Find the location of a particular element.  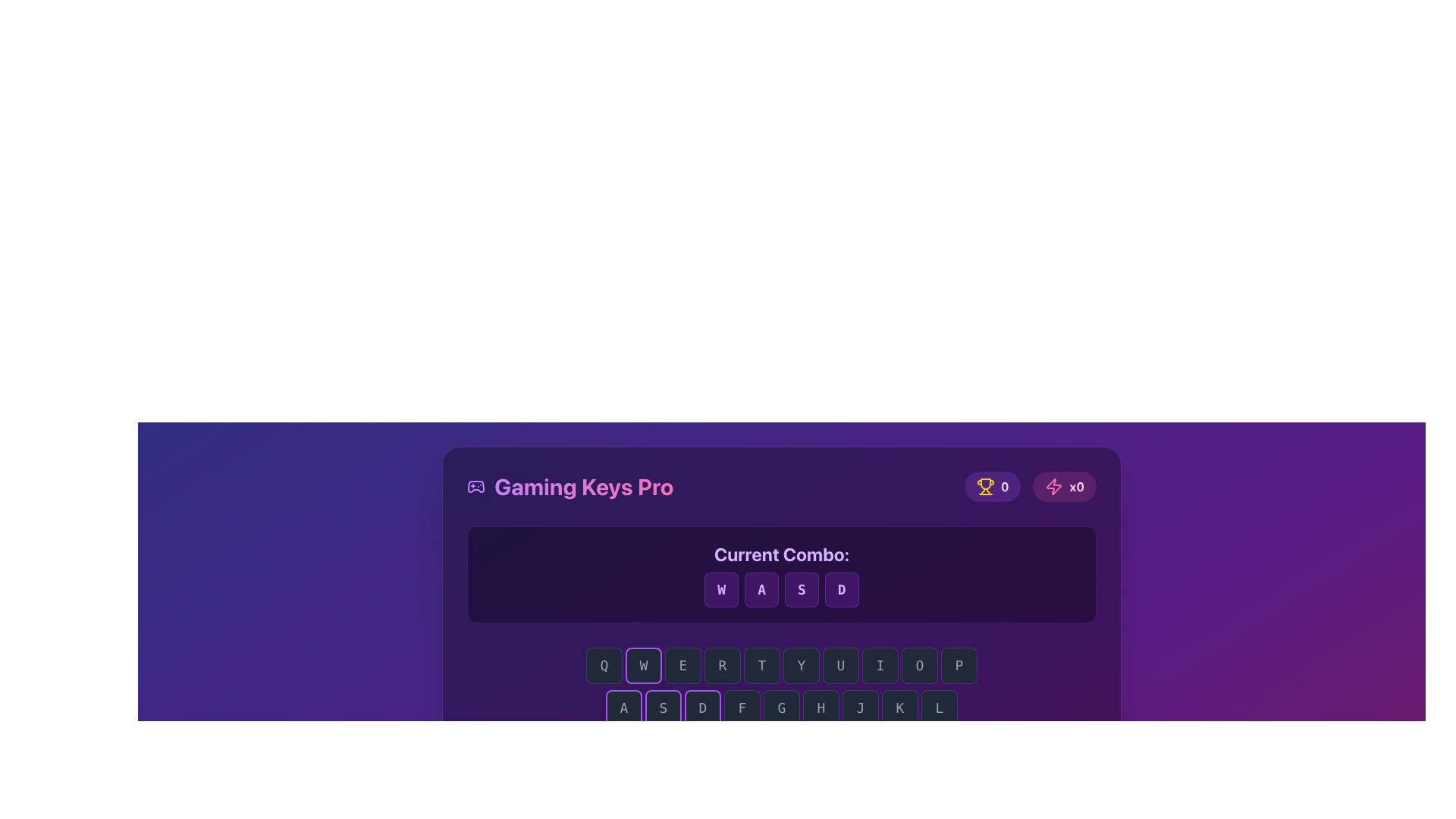

the seventh key from the left in the 'QWERTYUIOP' sequence to simulate a press is located at coordinates (839, 665).